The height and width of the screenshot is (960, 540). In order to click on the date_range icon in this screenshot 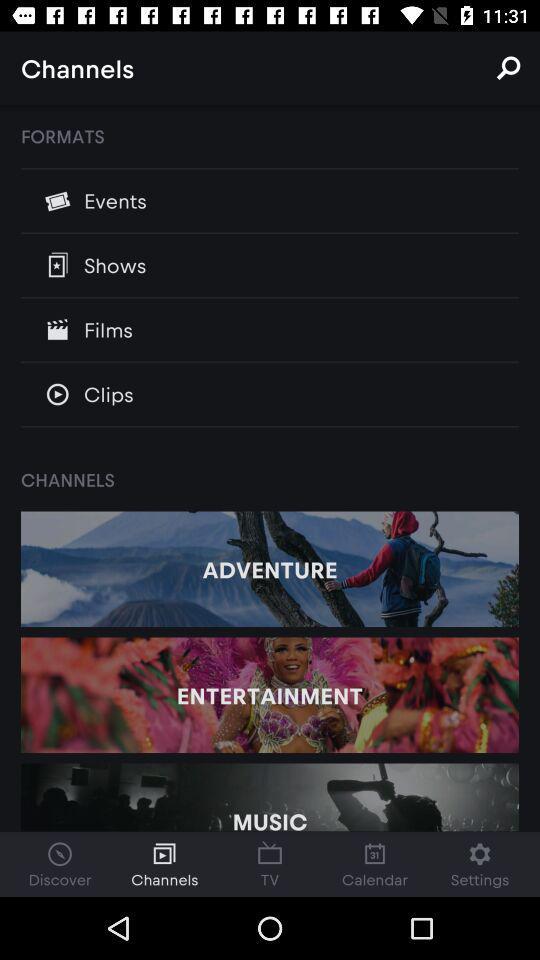, I will do `click(270, 863)`.